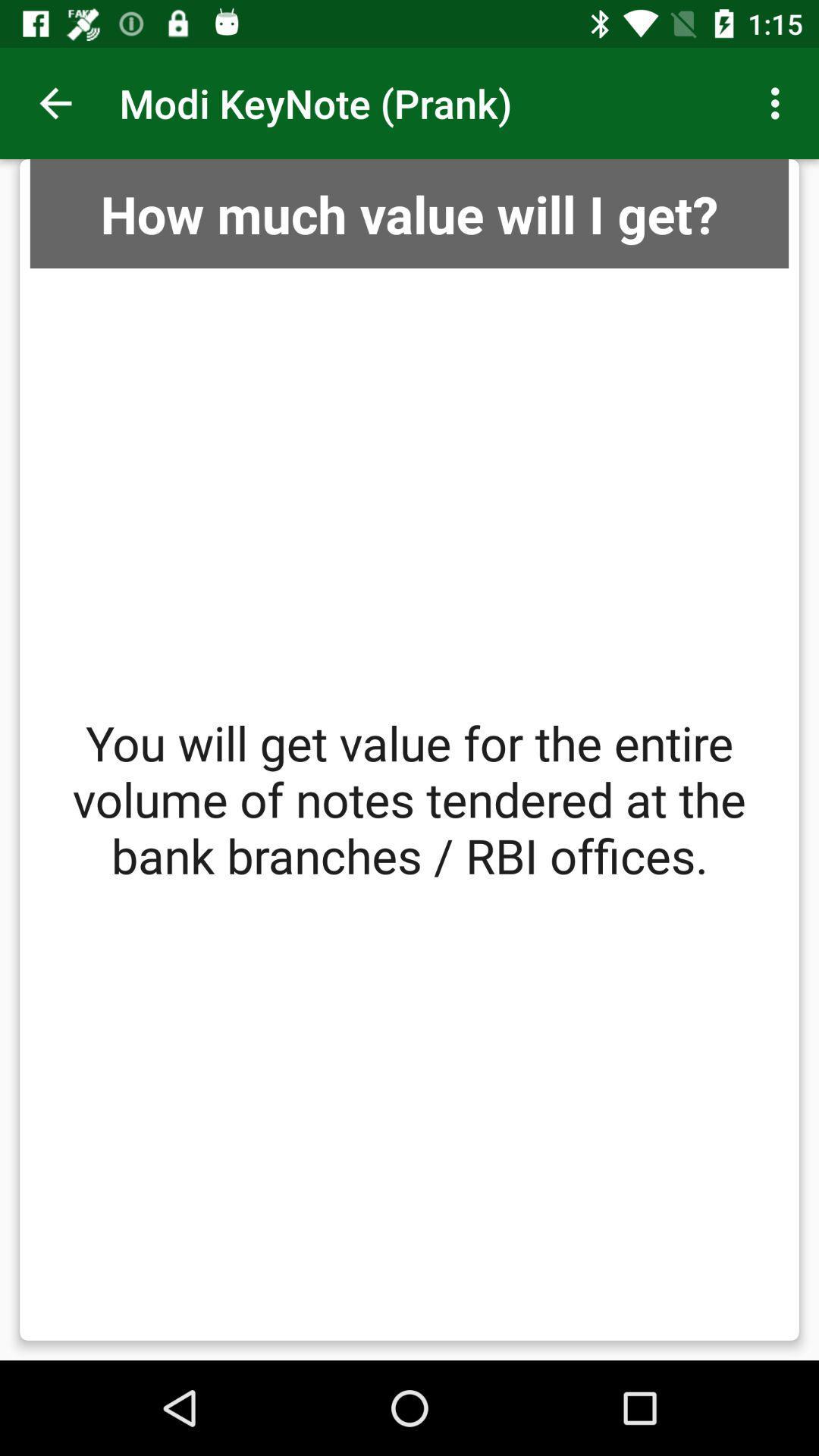  I want to click on item above how much value, so click(779, 102).